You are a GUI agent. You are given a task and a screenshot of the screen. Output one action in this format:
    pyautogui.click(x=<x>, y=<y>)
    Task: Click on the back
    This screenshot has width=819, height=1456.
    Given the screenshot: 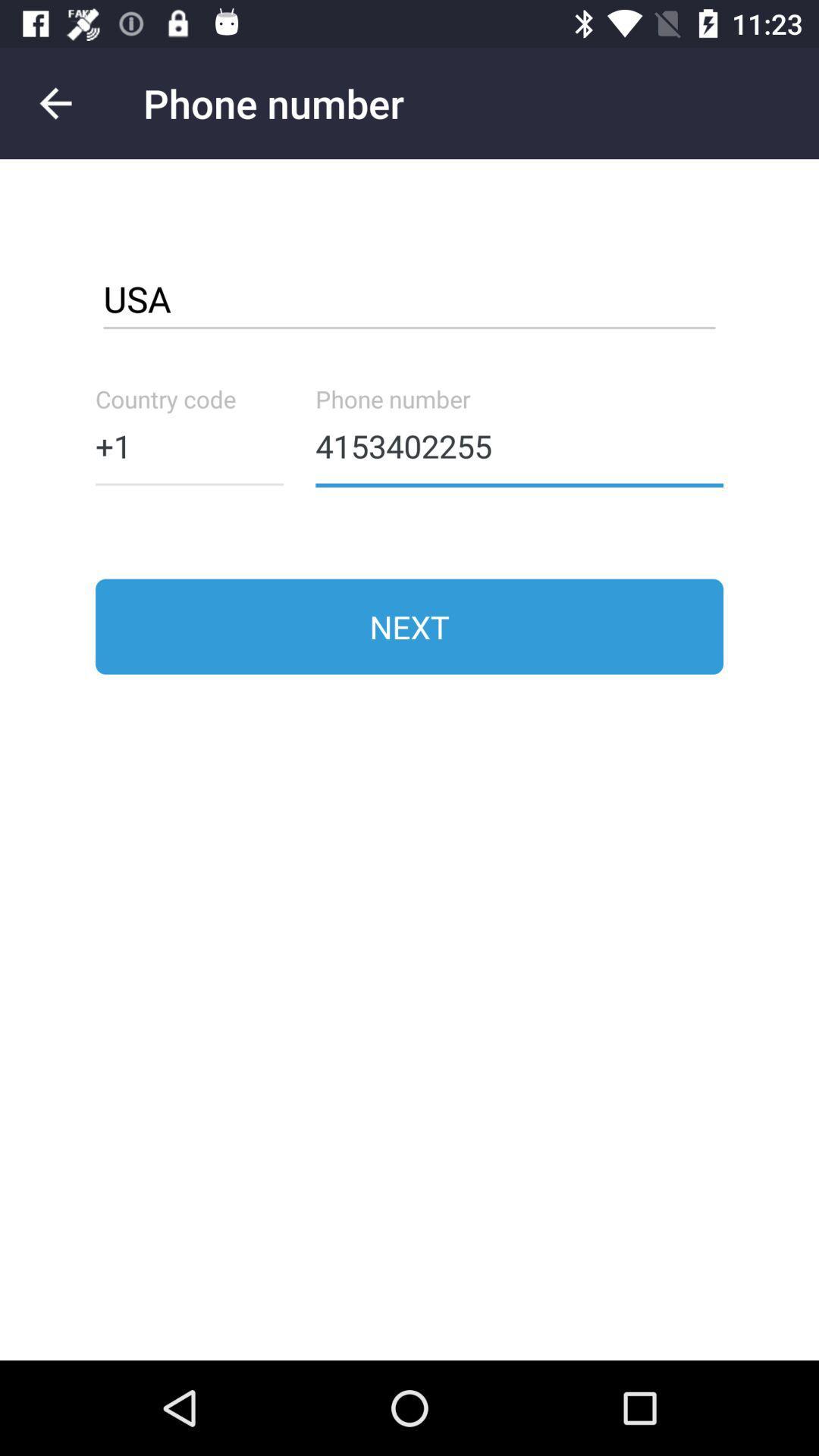 What is the action you would take?
    pyautogui.click(x=55, y=102)
    